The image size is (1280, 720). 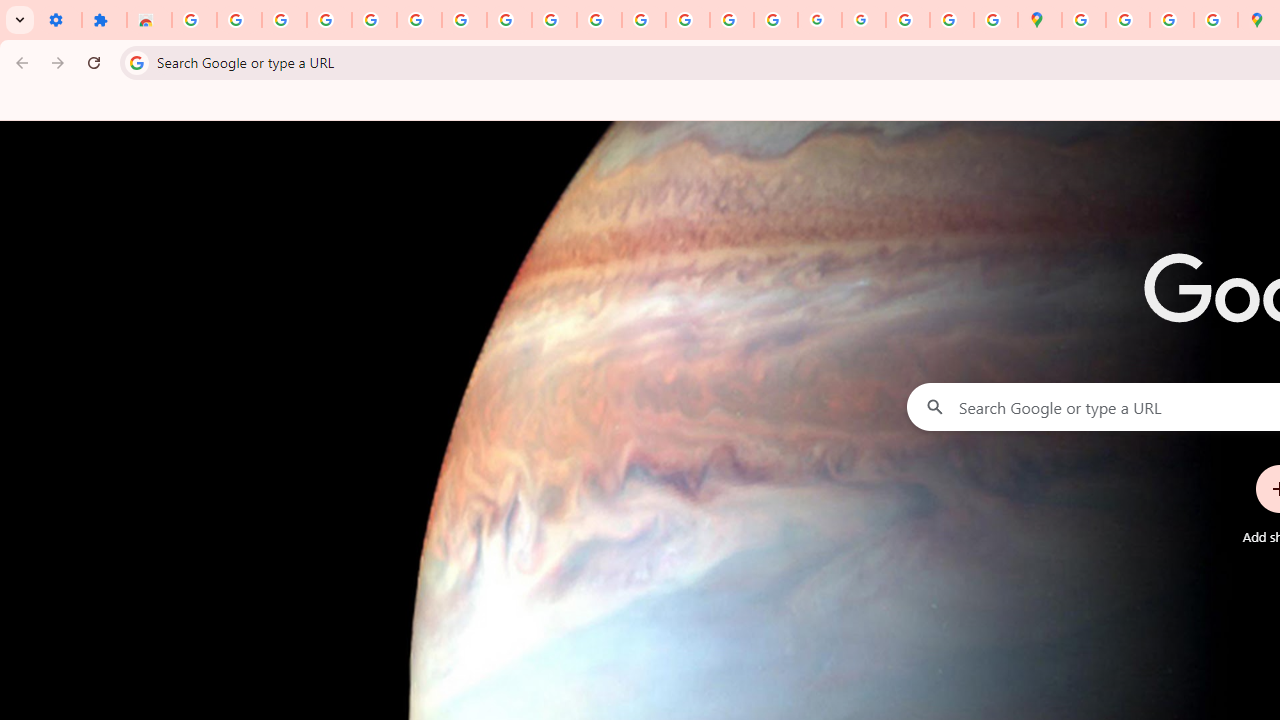 I want to click on 'Delete photos & videos - Computer - Google Photos Help', so click(x=283, y=20).